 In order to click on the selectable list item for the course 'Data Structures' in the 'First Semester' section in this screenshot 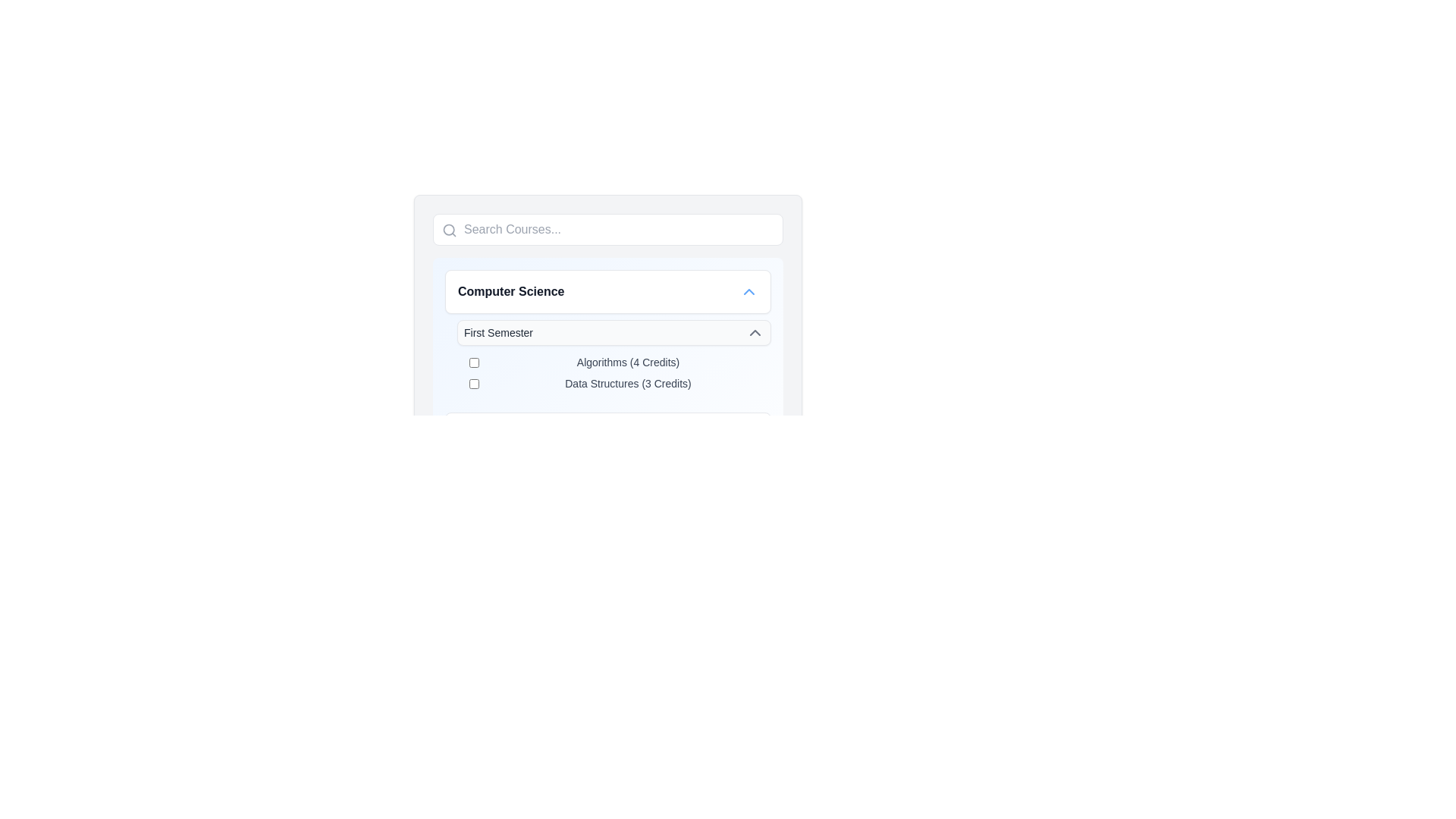, I will do `click(620, 382)`.